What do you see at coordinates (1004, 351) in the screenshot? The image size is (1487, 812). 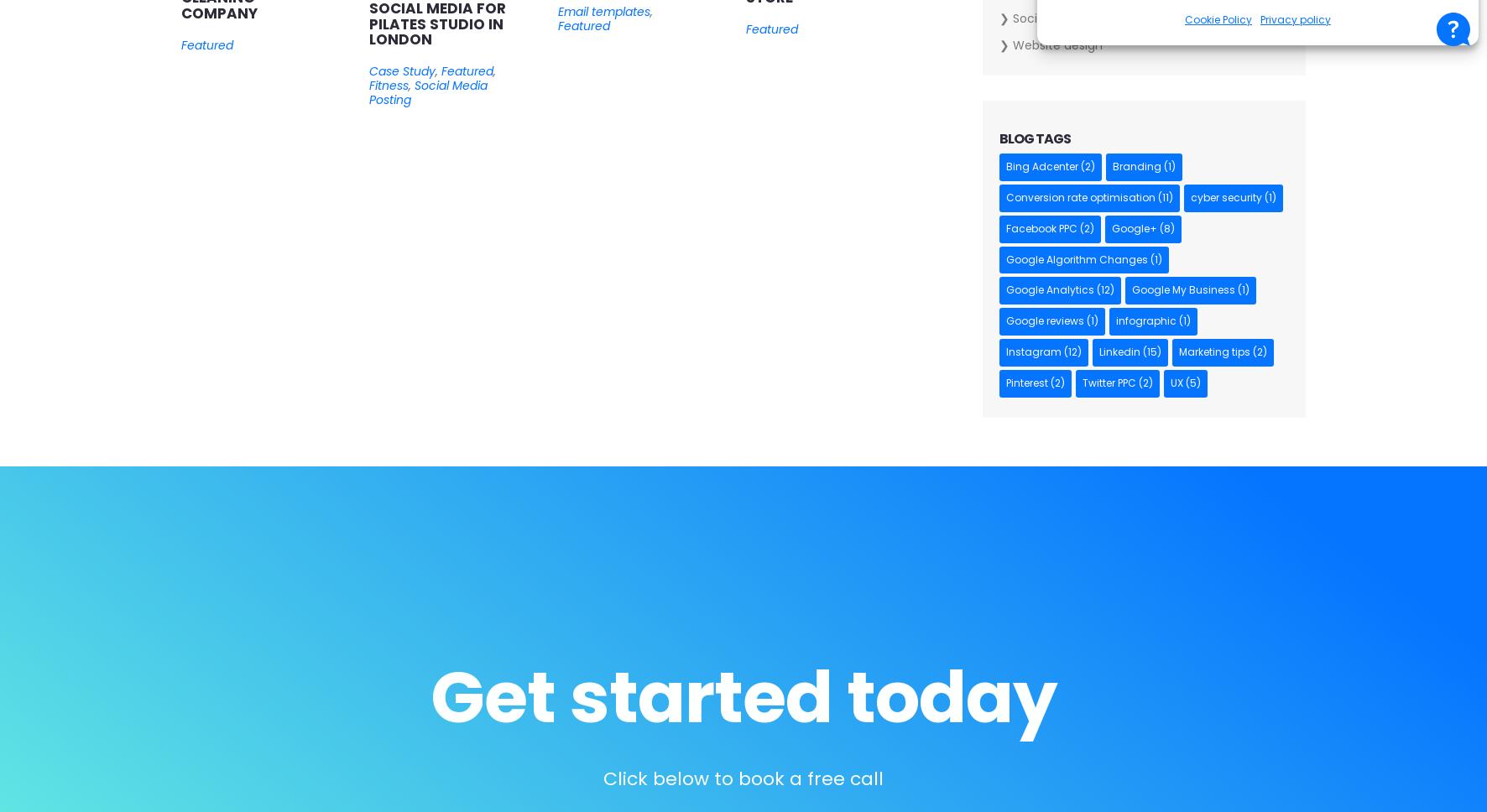 I see `'Instagram'` at bounding box center [1004, 351].